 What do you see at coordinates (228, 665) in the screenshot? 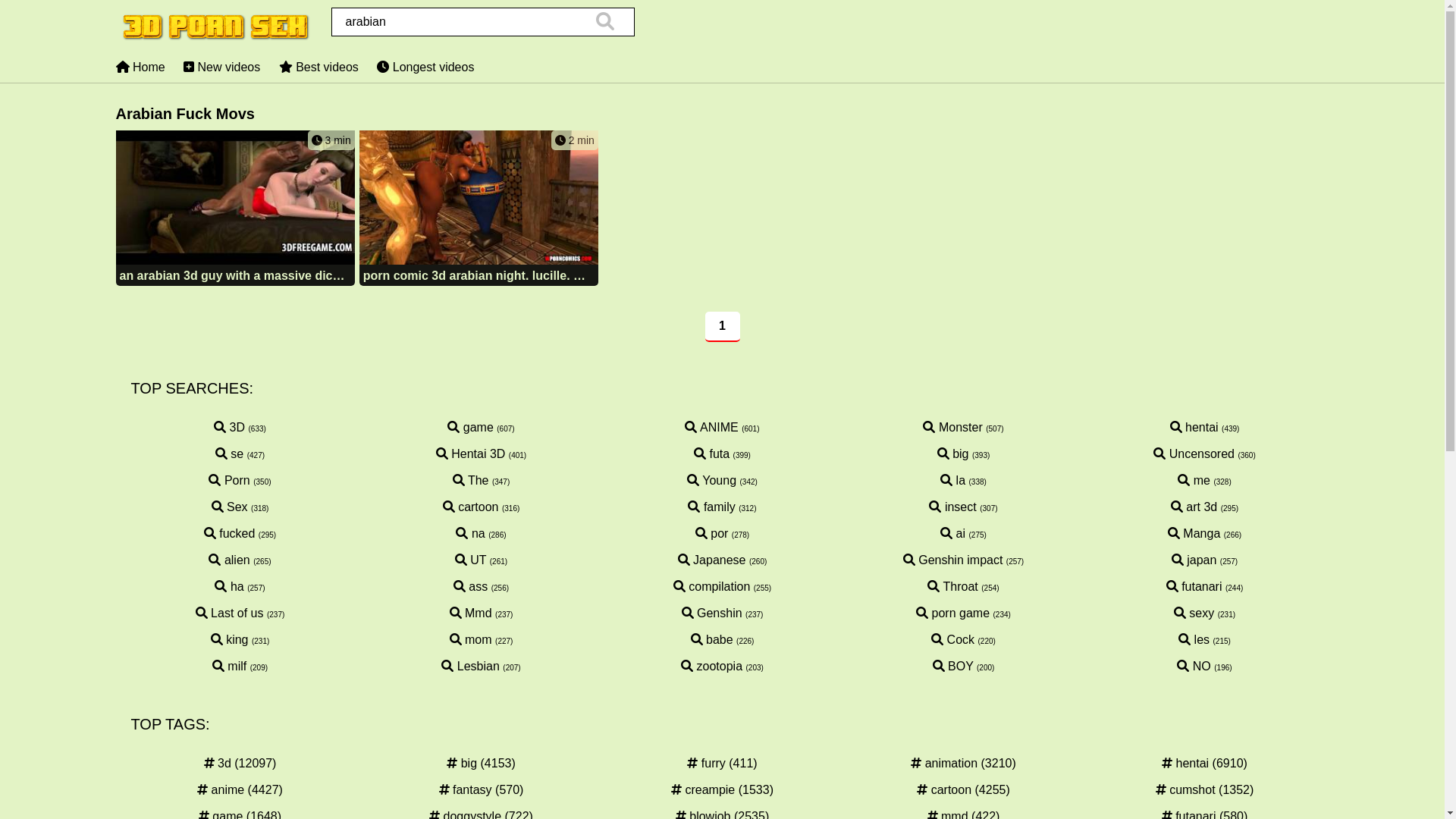
I see `'milf'` at bounding box center [228, 665].